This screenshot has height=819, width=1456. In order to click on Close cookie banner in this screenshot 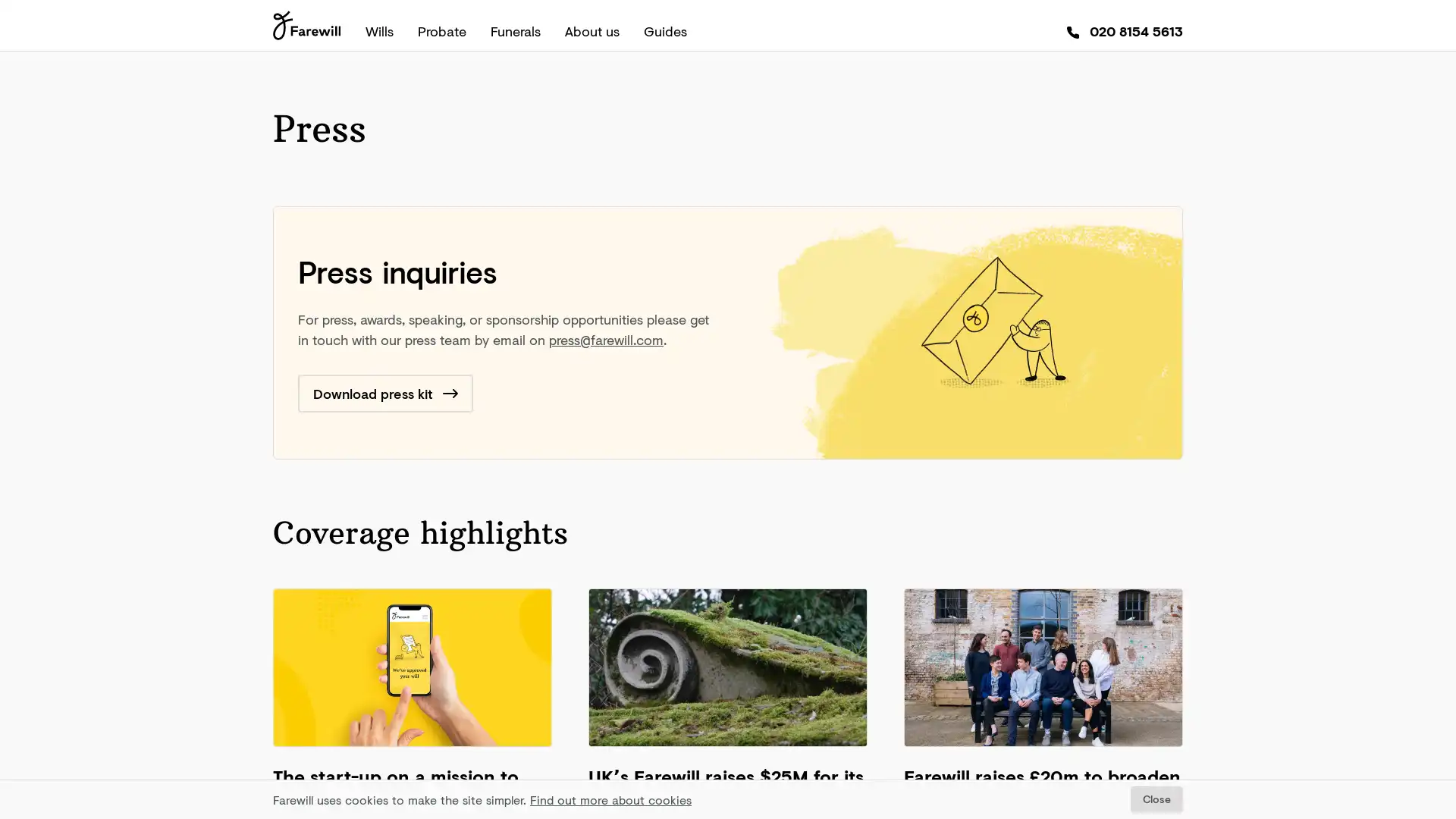, I will do `click(1156, 799)`.